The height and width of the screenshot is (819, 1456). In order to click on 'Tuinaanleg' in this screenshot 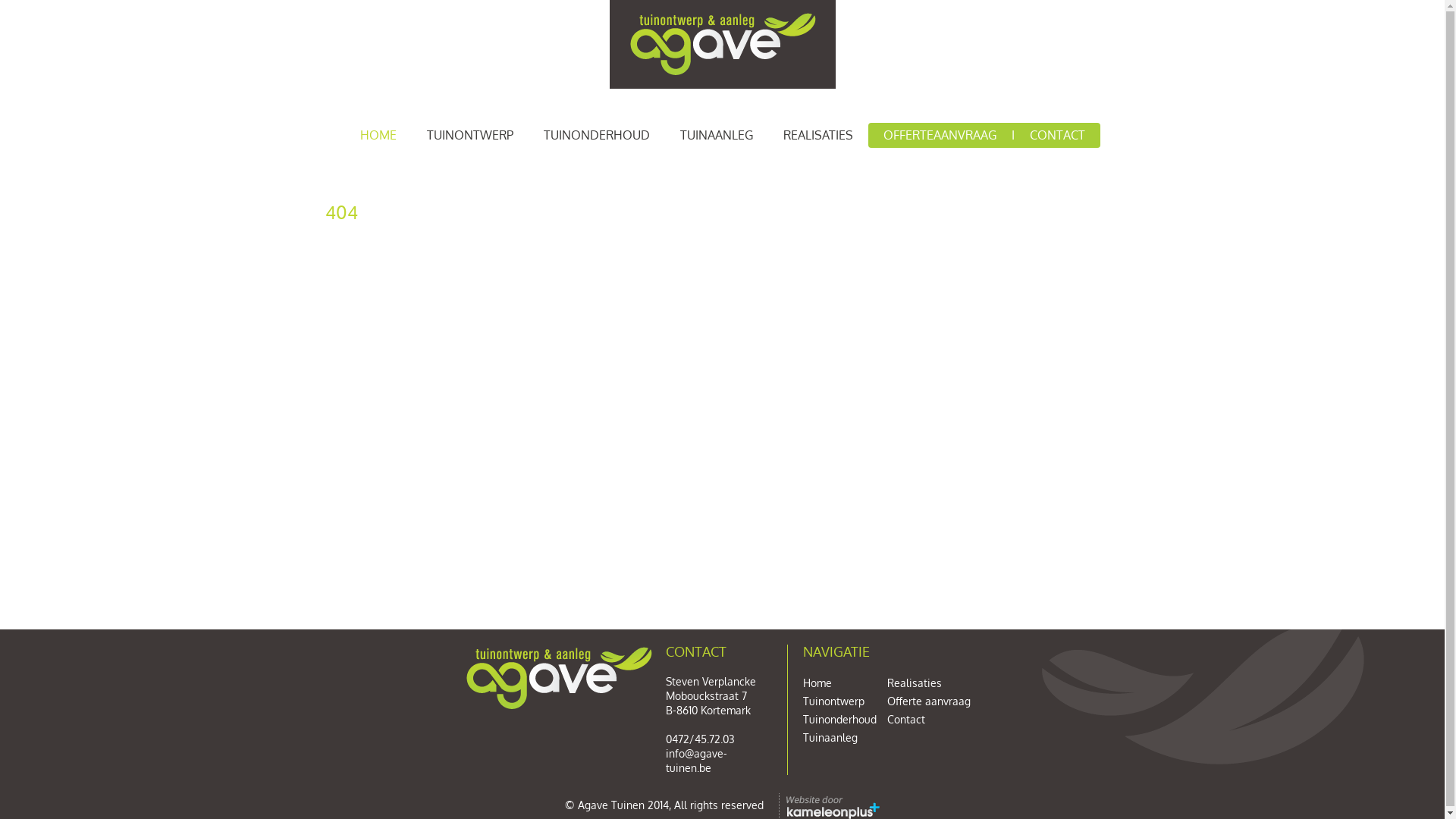, I will do `click(829, 736)`.